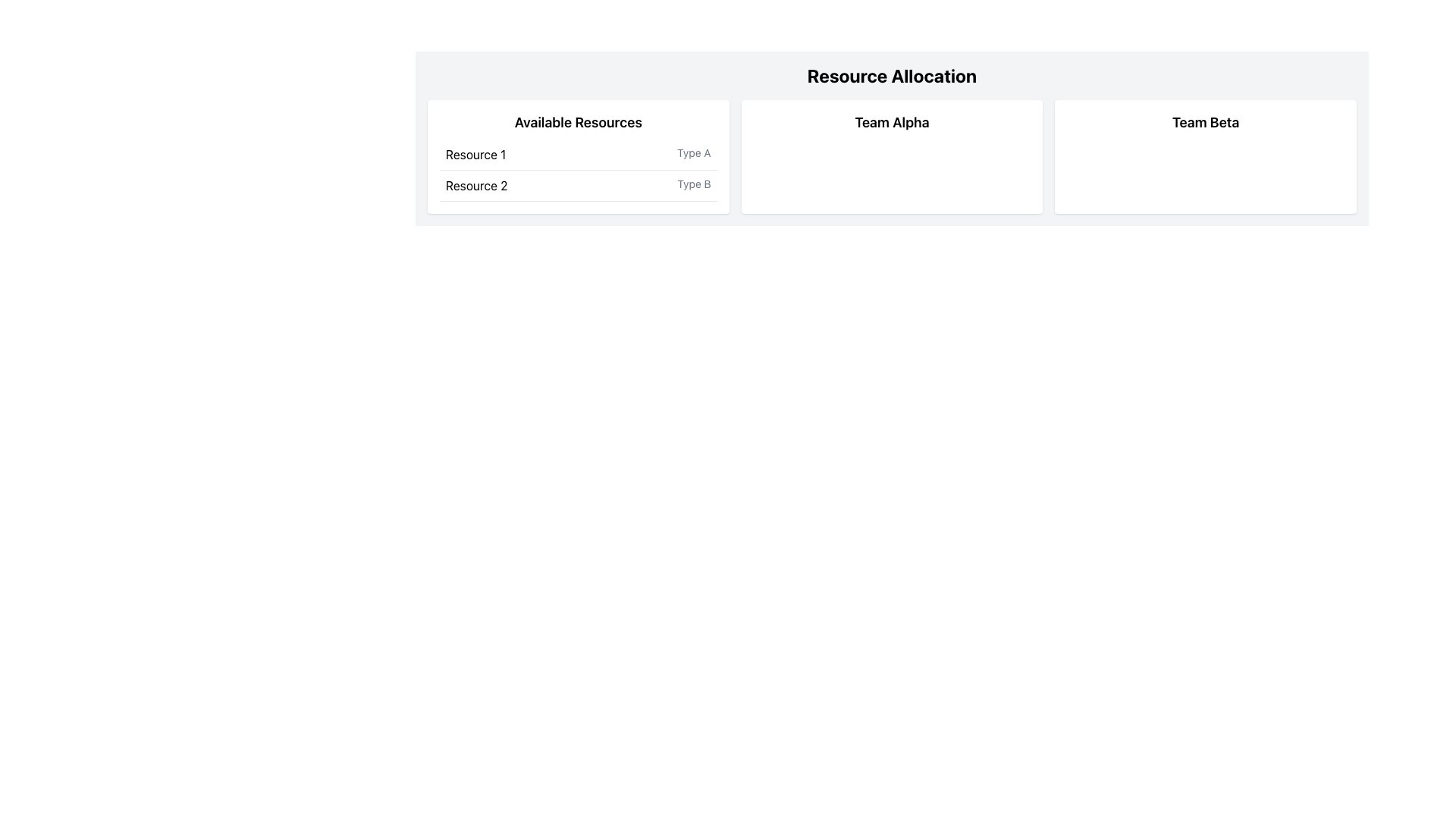  I want to click on the second resource entry in the 'Available Resources' section, so click(577, 170).